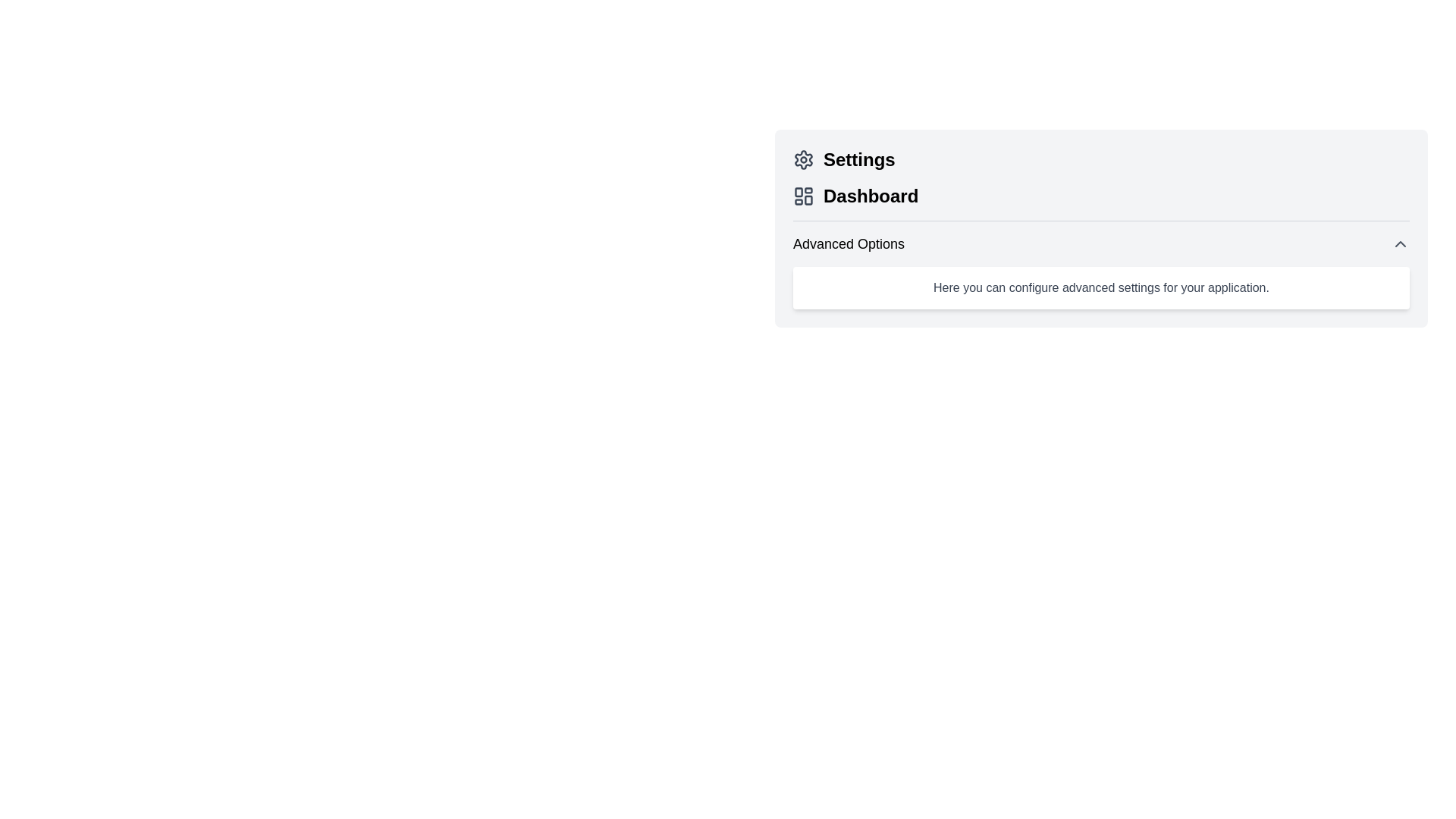 The width and height of the screenshot is (1456, 819). Describe the element at coordinates (1400, 243) in the screenshot. I see `the arrow icon button that collapses the 'Advanced Options' section` at that location.